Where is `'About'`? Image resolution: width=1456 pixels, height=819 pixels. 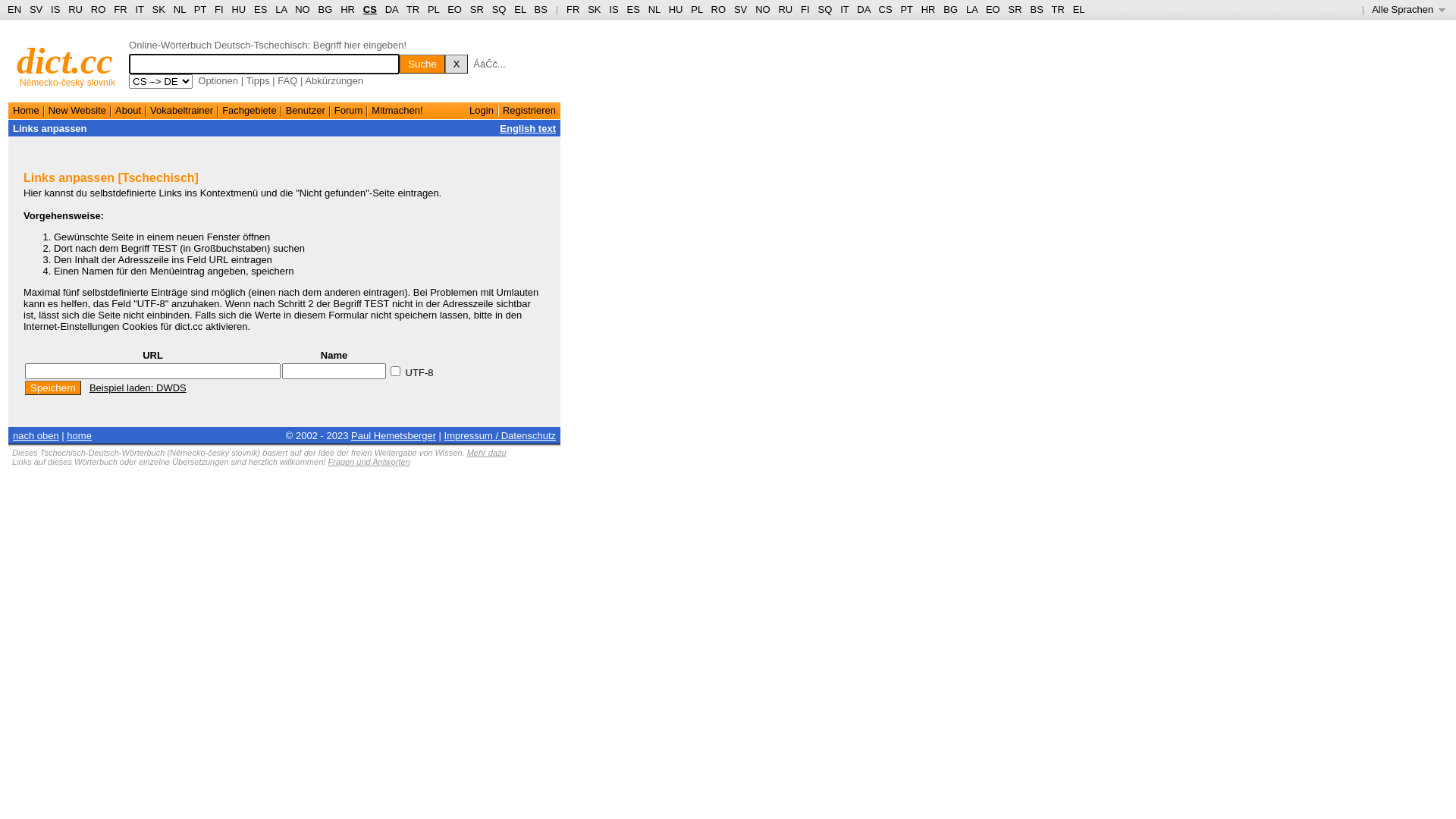
'About' is located at coordinates (127, 109).